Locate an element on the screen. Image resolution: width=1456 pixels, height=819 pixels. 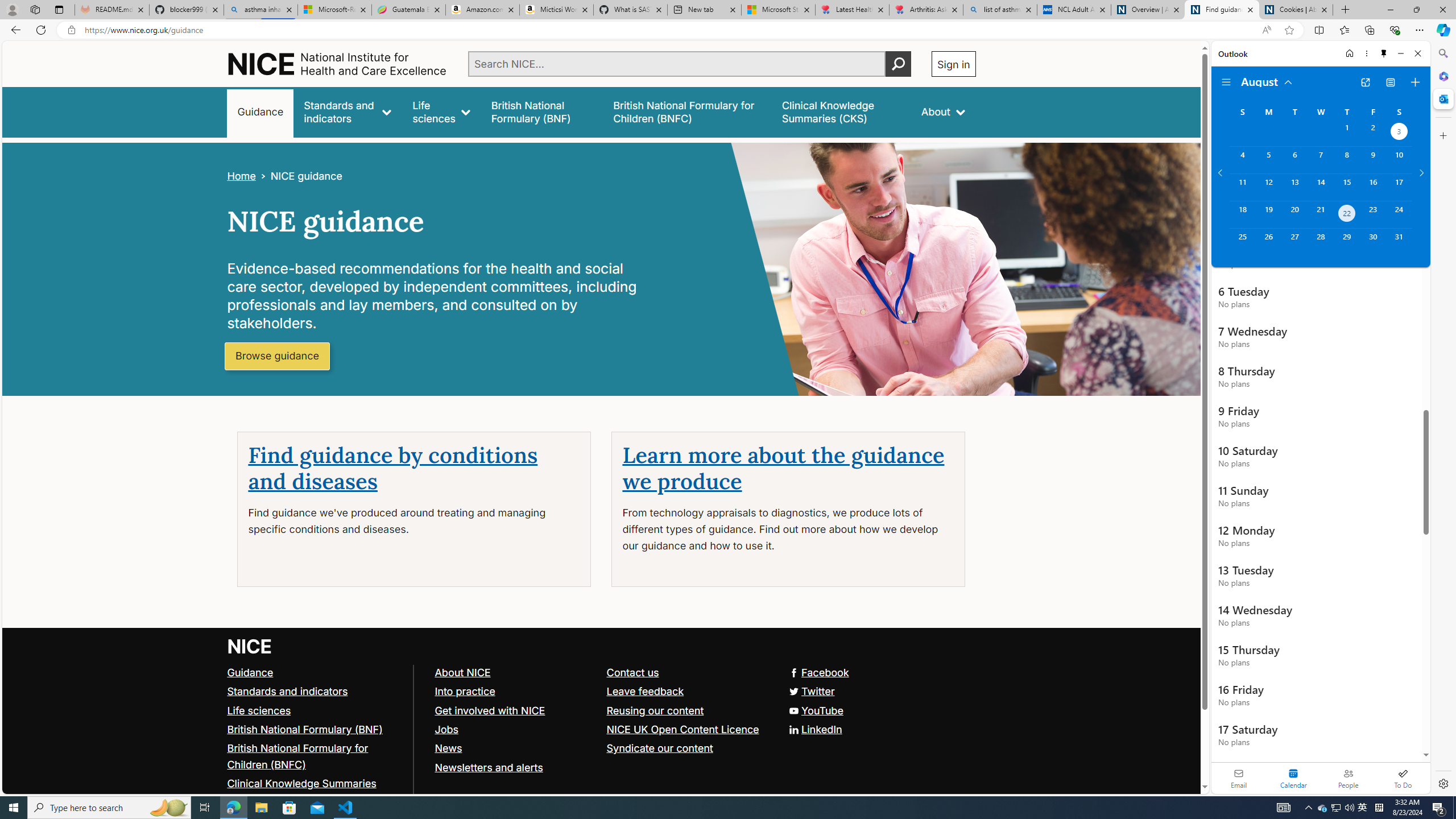
'asthma inhaler - Search' is located at coordinates (260, 9).